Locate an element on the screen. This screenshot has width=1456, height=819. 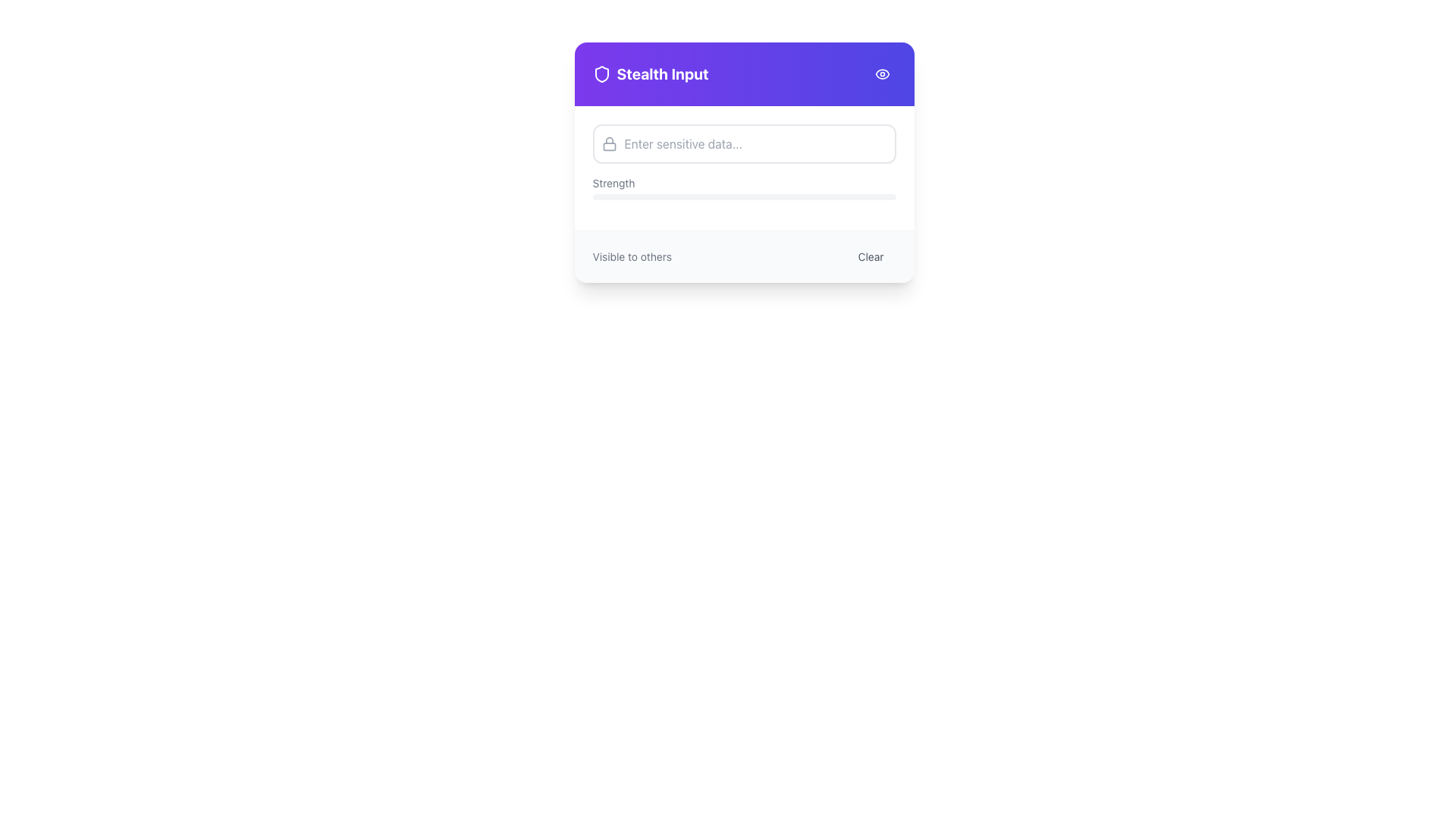
the text label that indicates the purpose of the adjacent graphical context is located at coordinates (613, 183).